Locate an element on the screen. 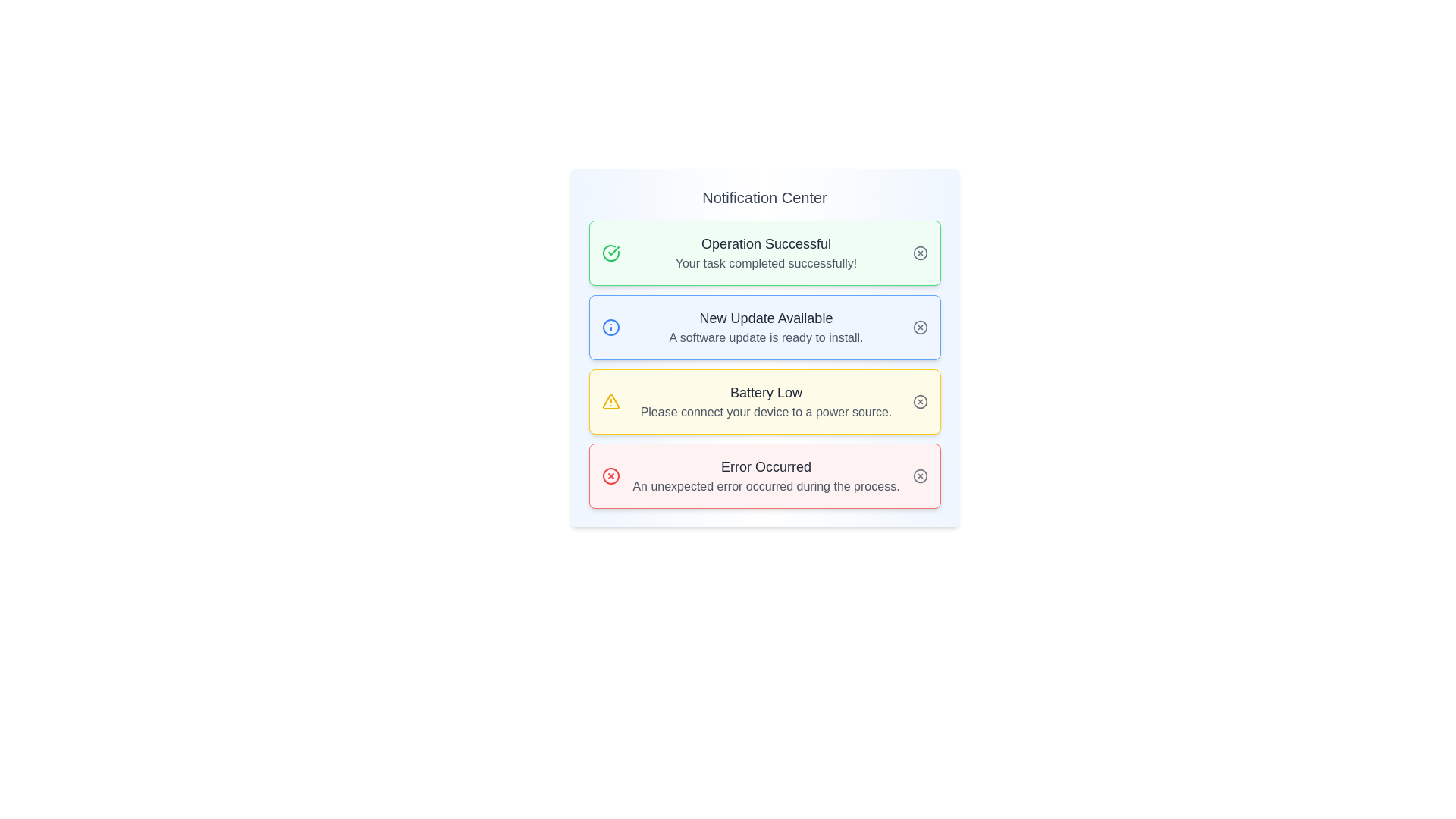  the text block displaying 'Error Occurred' with a red background at the bottom of the notification list is located at coordinates (766, 475).